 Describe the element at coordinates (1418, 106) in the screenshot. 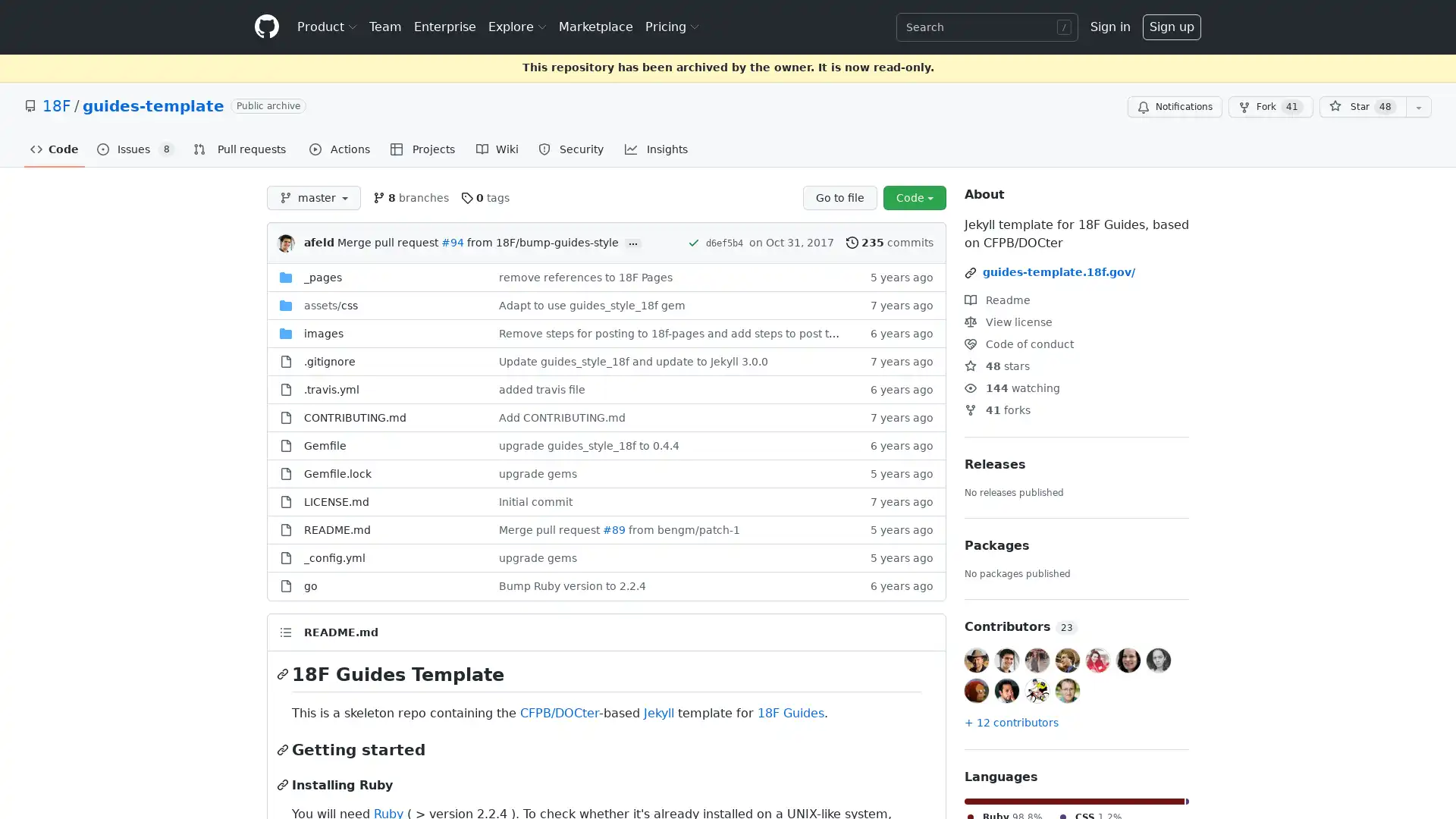

I see `You must be signed in to add this repository to a list` at that location.